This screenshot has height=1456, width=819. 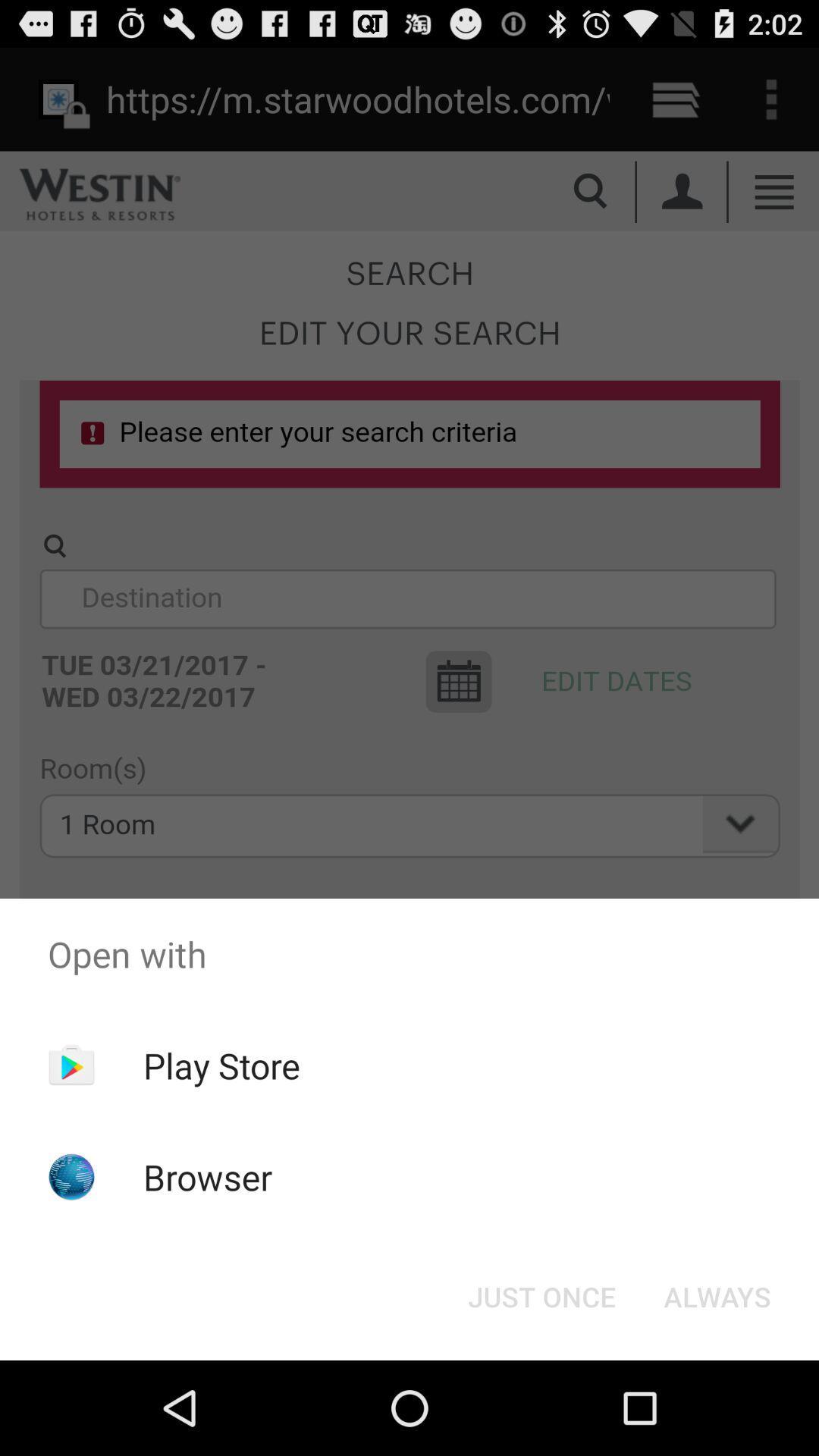 I want to click on the just once icon, so click(x=541, y=1295).